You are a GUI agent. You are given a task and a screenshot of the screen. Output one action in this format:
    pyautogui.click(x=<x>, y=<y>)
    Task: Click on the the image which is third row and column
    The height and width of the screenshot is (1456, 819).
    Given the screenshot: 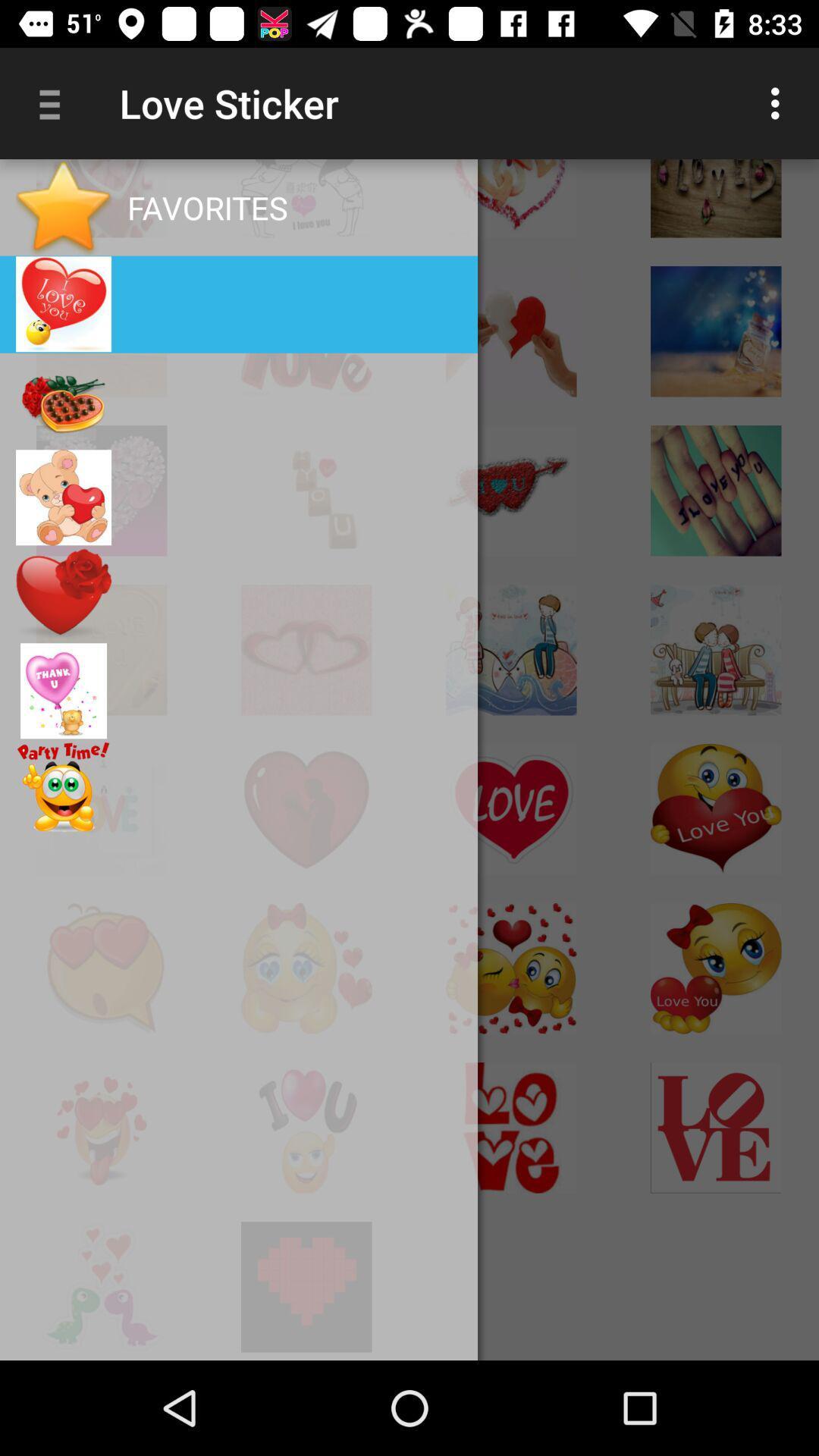 What is the action you would take?
    pyautogui.click(x=511, y=491)
    